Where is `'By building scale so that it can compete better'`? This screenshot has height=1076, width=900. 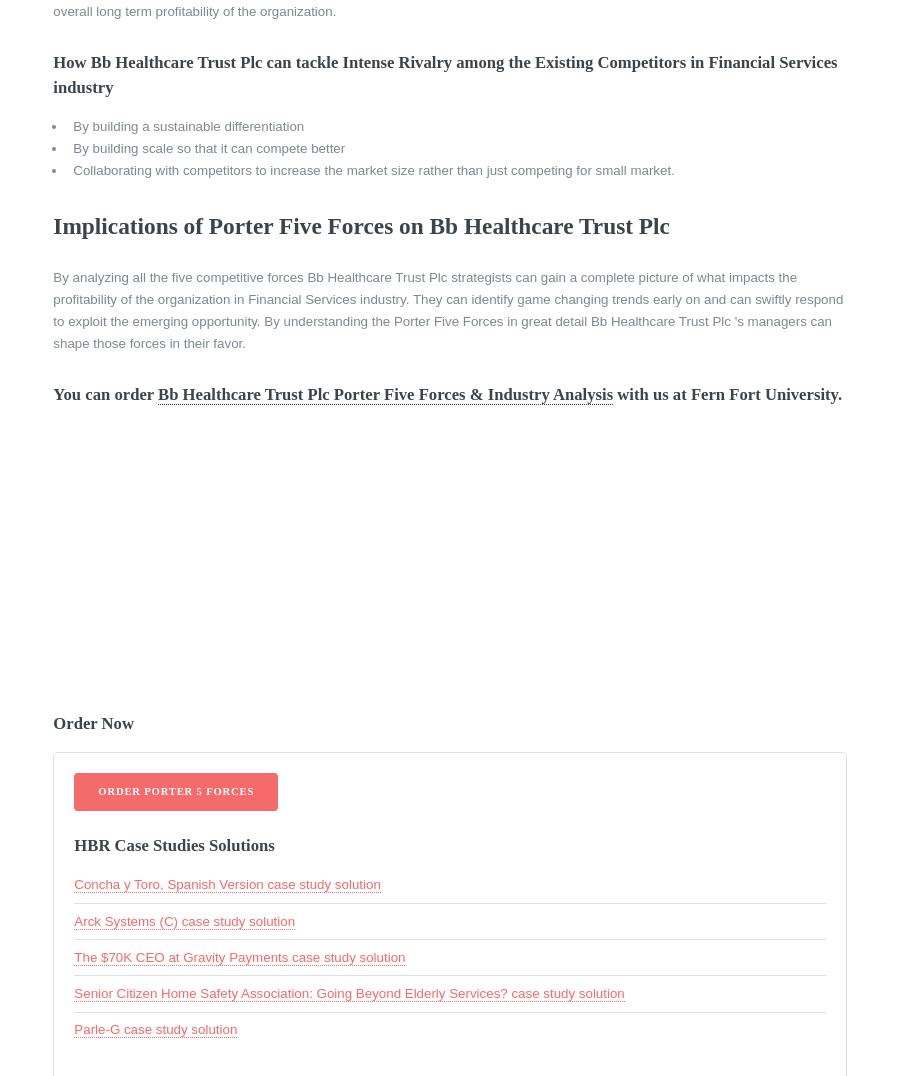 'By building scale so that it can compete better' is located at coordinates (208, 148).